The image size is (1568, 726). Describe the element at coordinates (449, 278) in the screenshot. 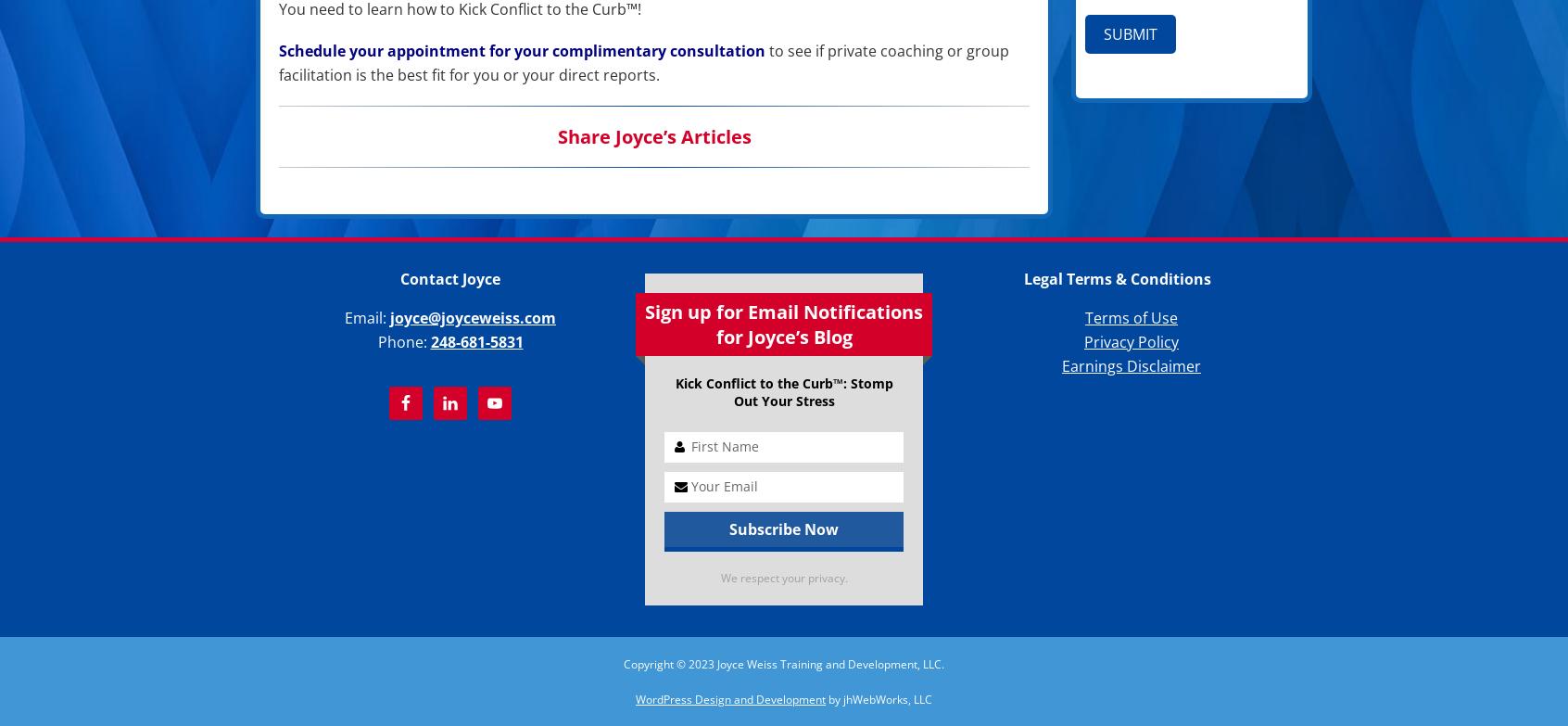

I see `'Contact Joyce'` at that location.